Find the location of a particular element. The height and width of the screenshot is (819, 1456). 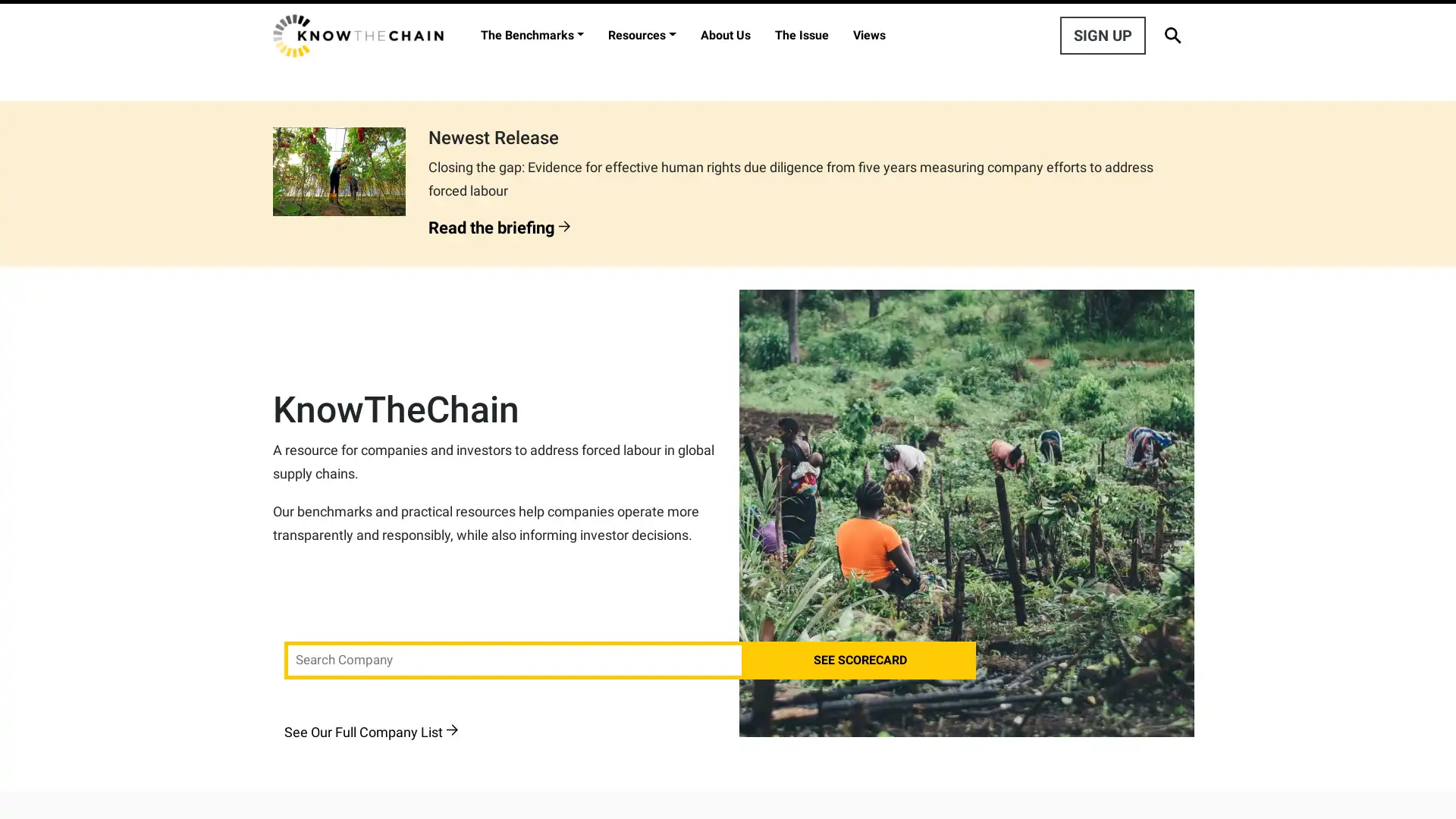

SEE SCORECARD is located at coordinates (860, 660).